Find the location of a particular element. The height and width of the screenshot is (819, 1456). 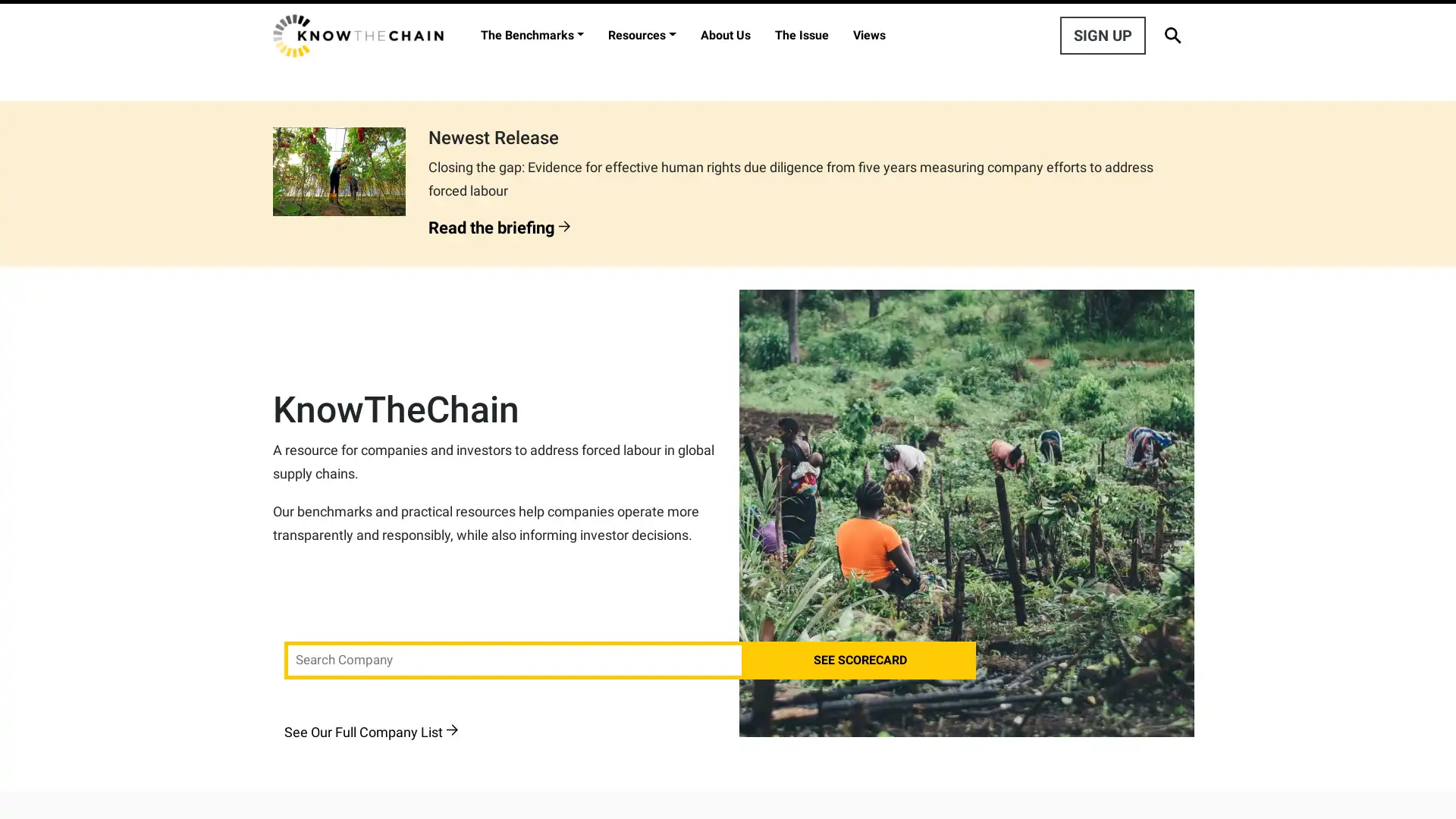

SEE SCORECARD is located at coordinates (860, 660).